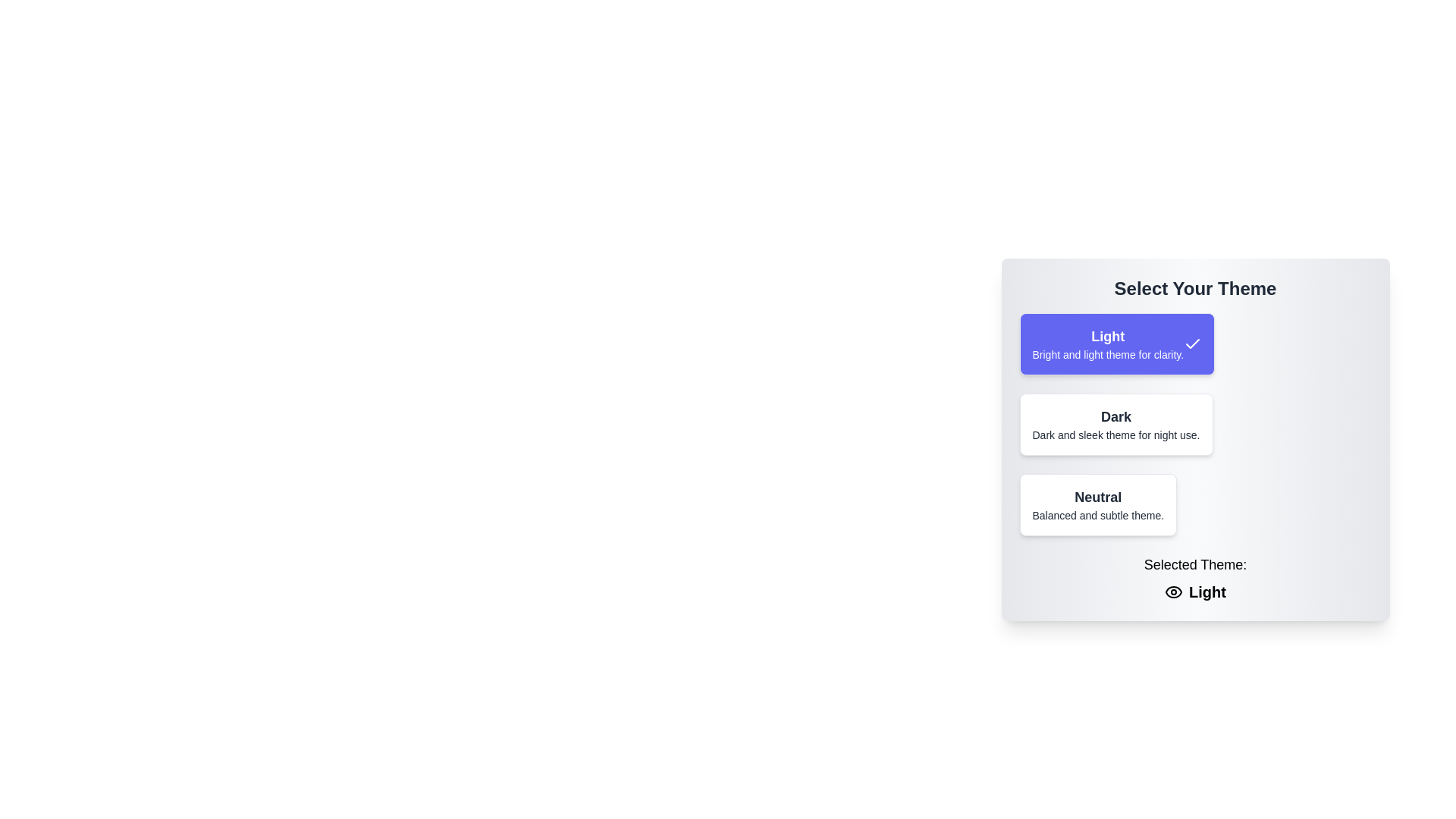  What do you see at coordinates (1173, 591) in the screenshot?
I see `the eye icon located to the left of the text 'Light' in the 'Selected Theme' section at the bottom of the layout` at bounding box center [1173, 591].